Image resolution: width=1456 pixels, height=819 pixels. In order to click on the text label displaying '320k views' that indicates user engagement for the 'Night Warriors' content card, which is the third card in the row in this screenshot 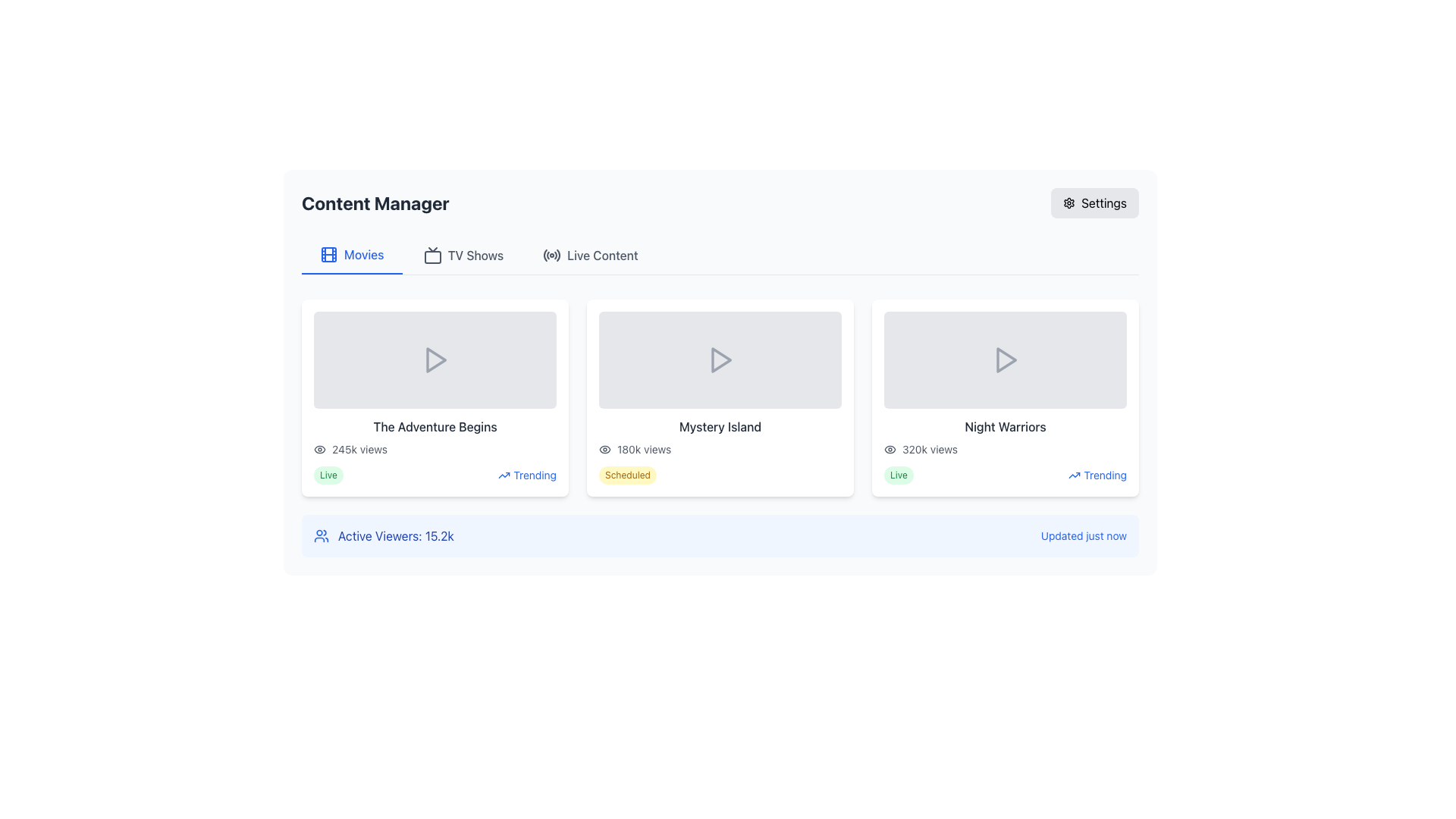, I will do `click(929, 449)`.